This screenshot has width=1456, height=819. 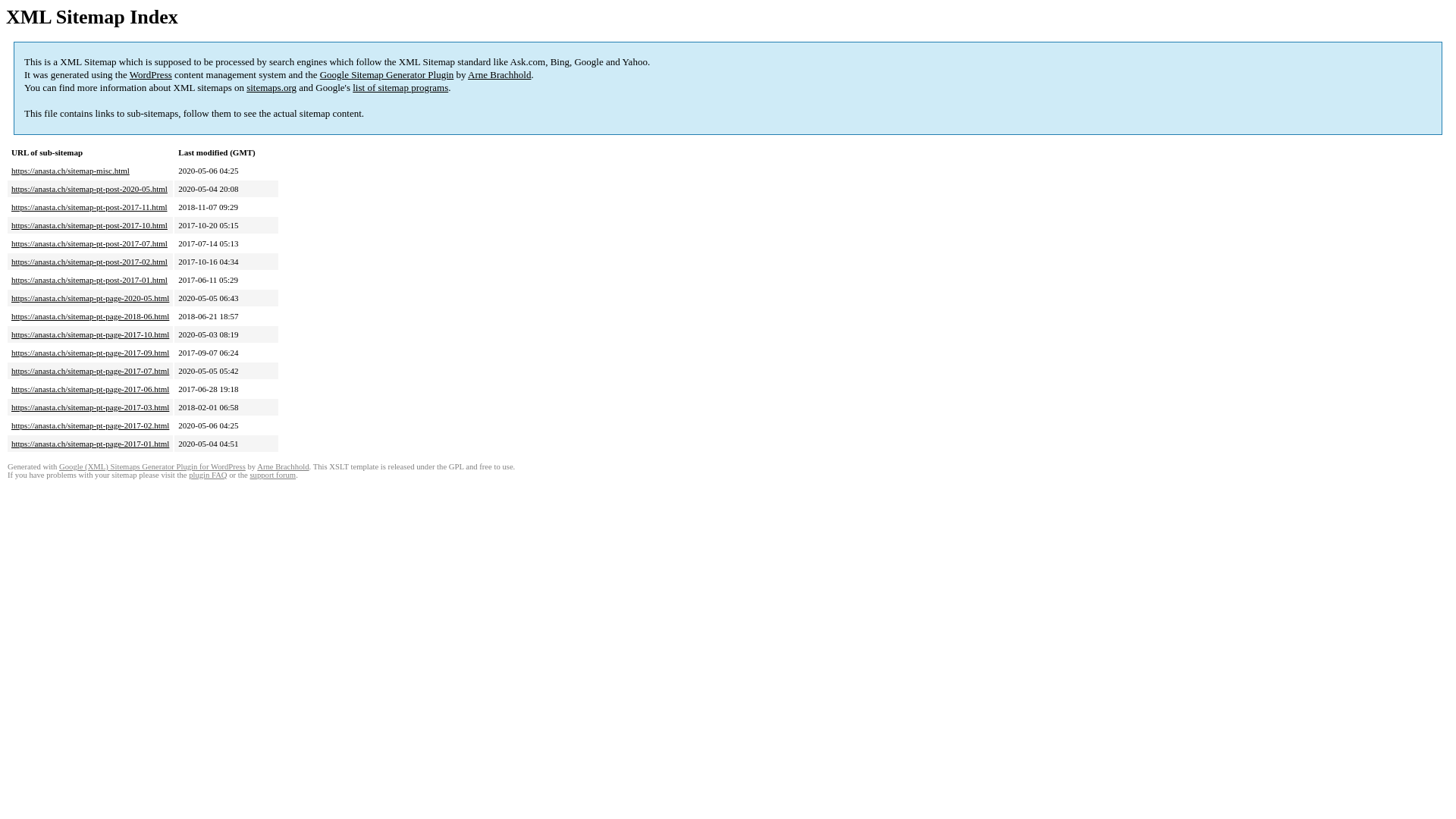 What do you see at coordinates (89, 444) in the screenshot?
I see `'https://anasta.ch/sitemap-pt-page-2017-01.html'` at bounding box center [89, 444].